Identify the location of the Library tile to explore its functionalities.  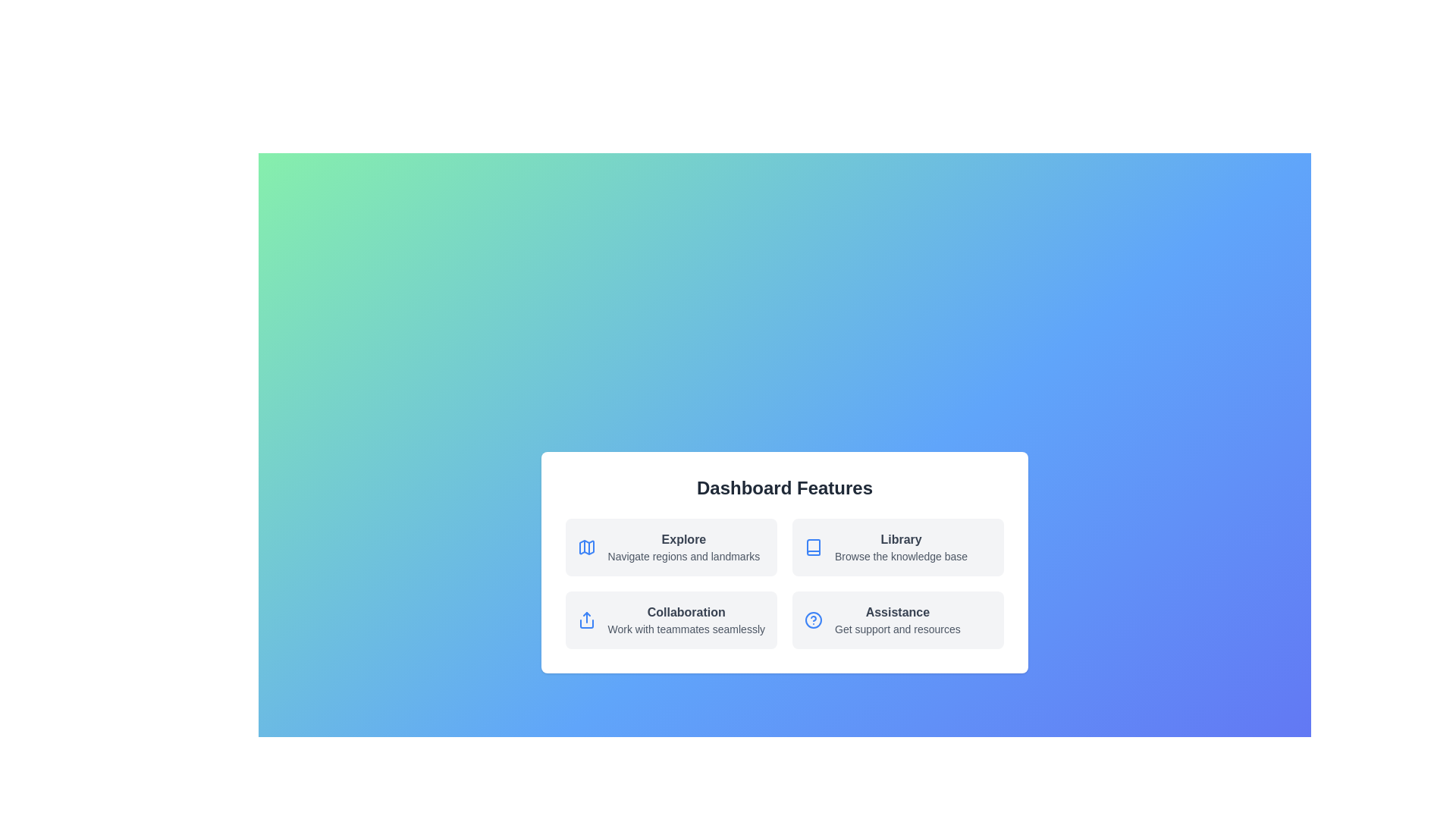
(898, 547).